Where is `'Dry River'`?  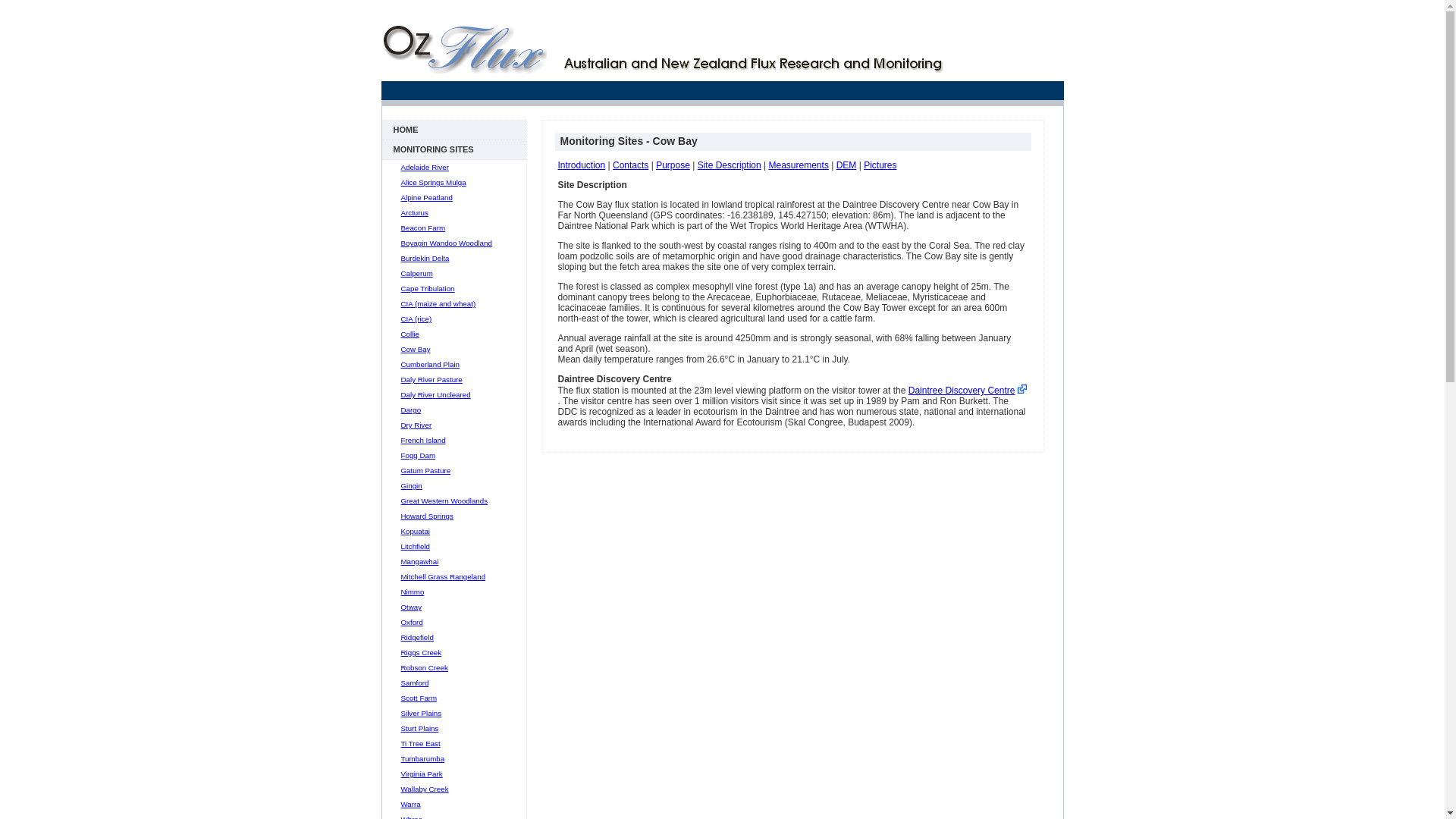 'Dry River' is located at coordinates (416, 425).